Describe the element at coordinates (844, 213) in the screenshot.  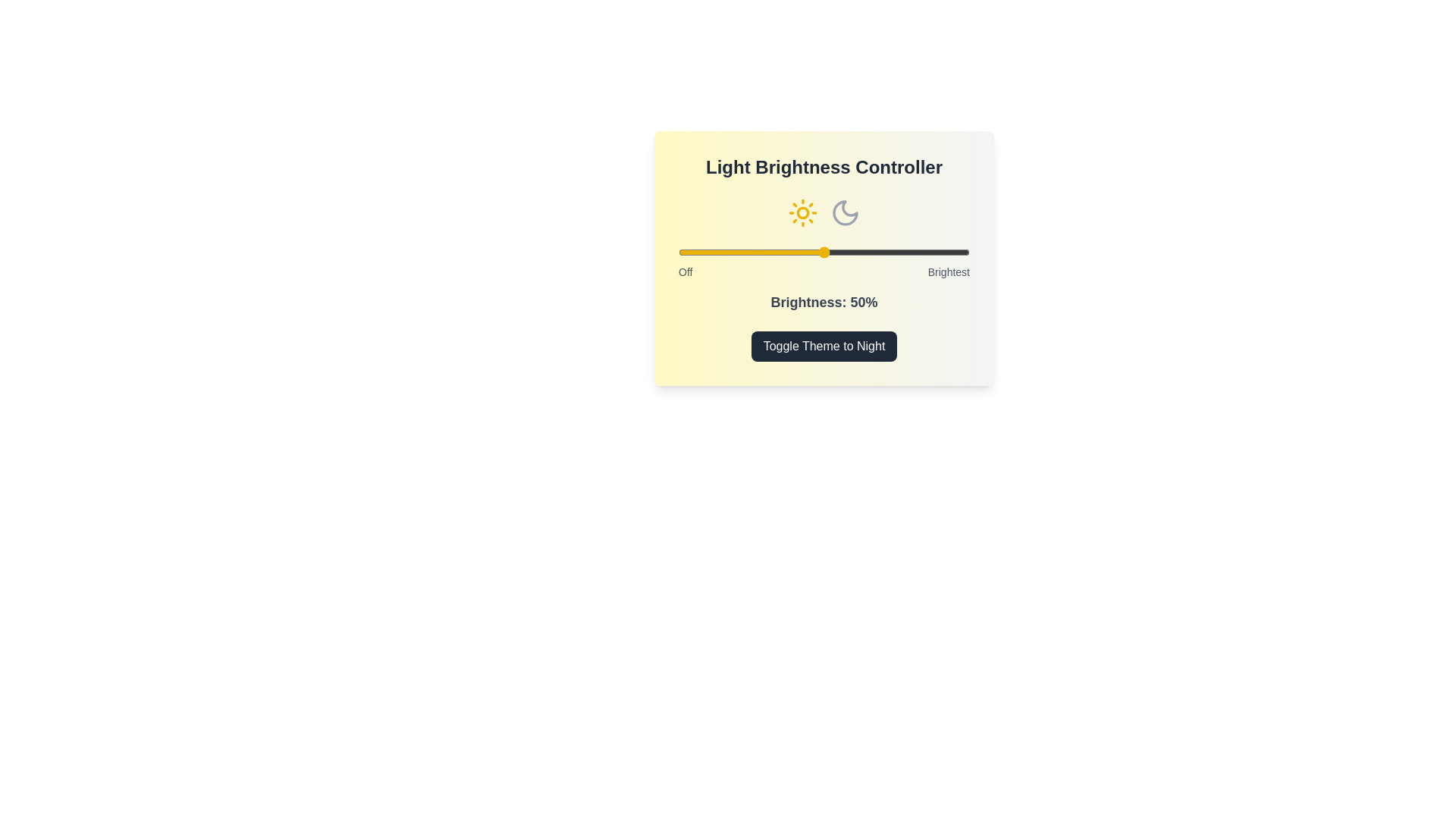
I see `the moon icon to toggle the theme` at that location.